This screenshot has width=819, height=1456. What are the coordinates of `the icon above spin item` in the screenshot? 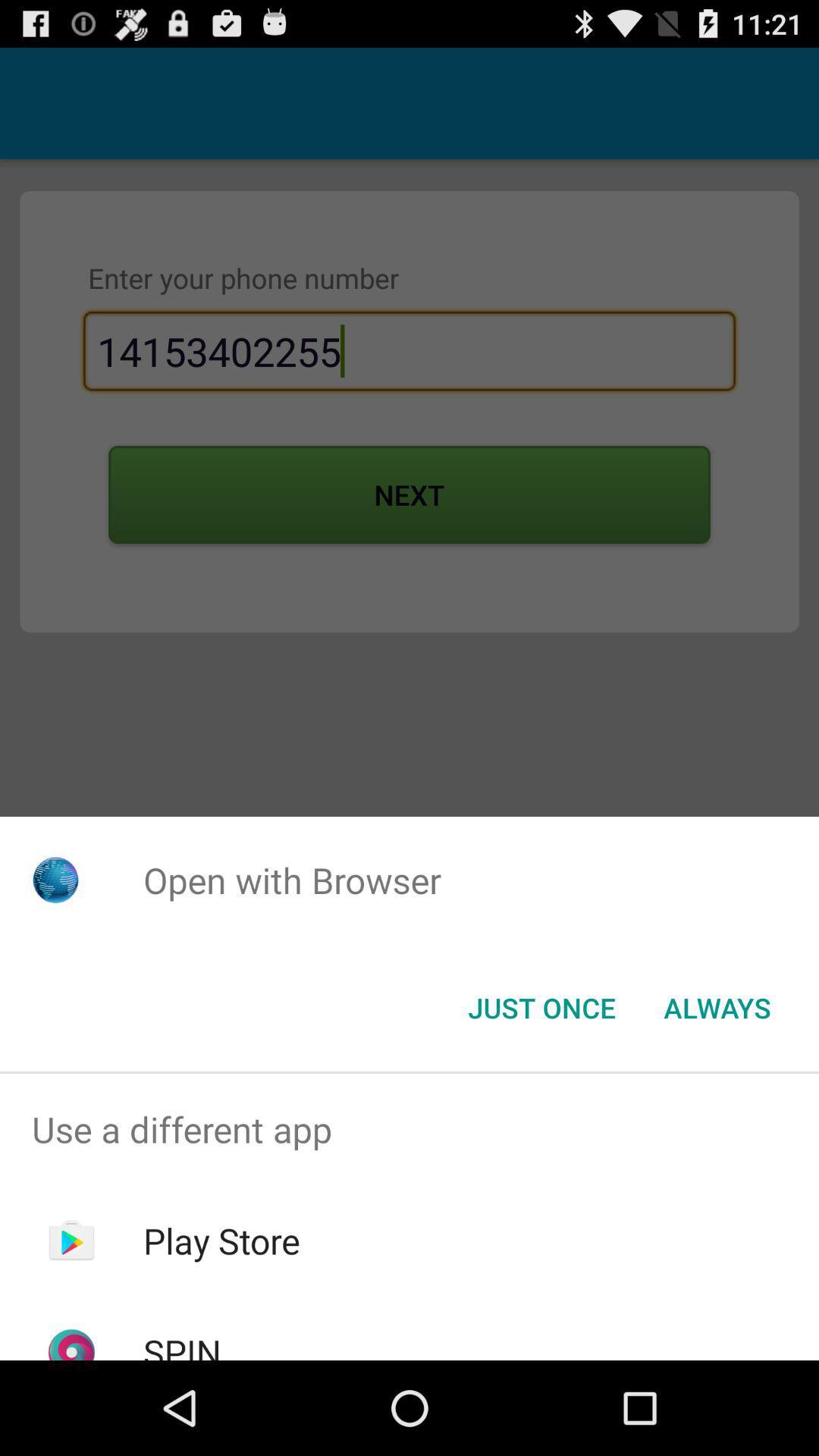 It's located at (221, 1241).